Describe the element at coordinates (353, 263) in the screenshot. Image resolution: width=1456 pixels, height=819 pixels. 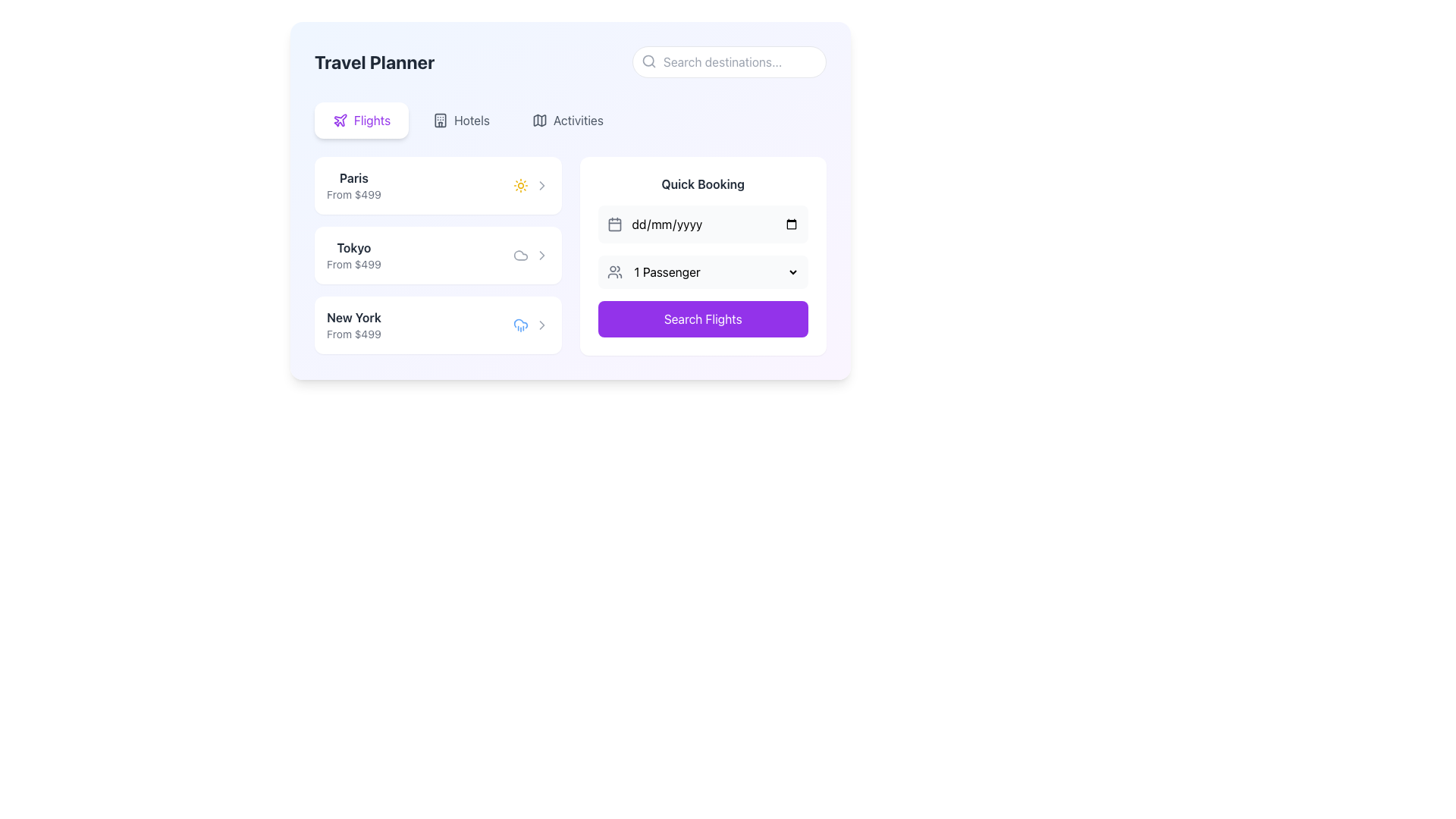
I see `the text label displaying supplementary information that reads 'From $499', which is positioned below the 'Tokyo' text` at that location.